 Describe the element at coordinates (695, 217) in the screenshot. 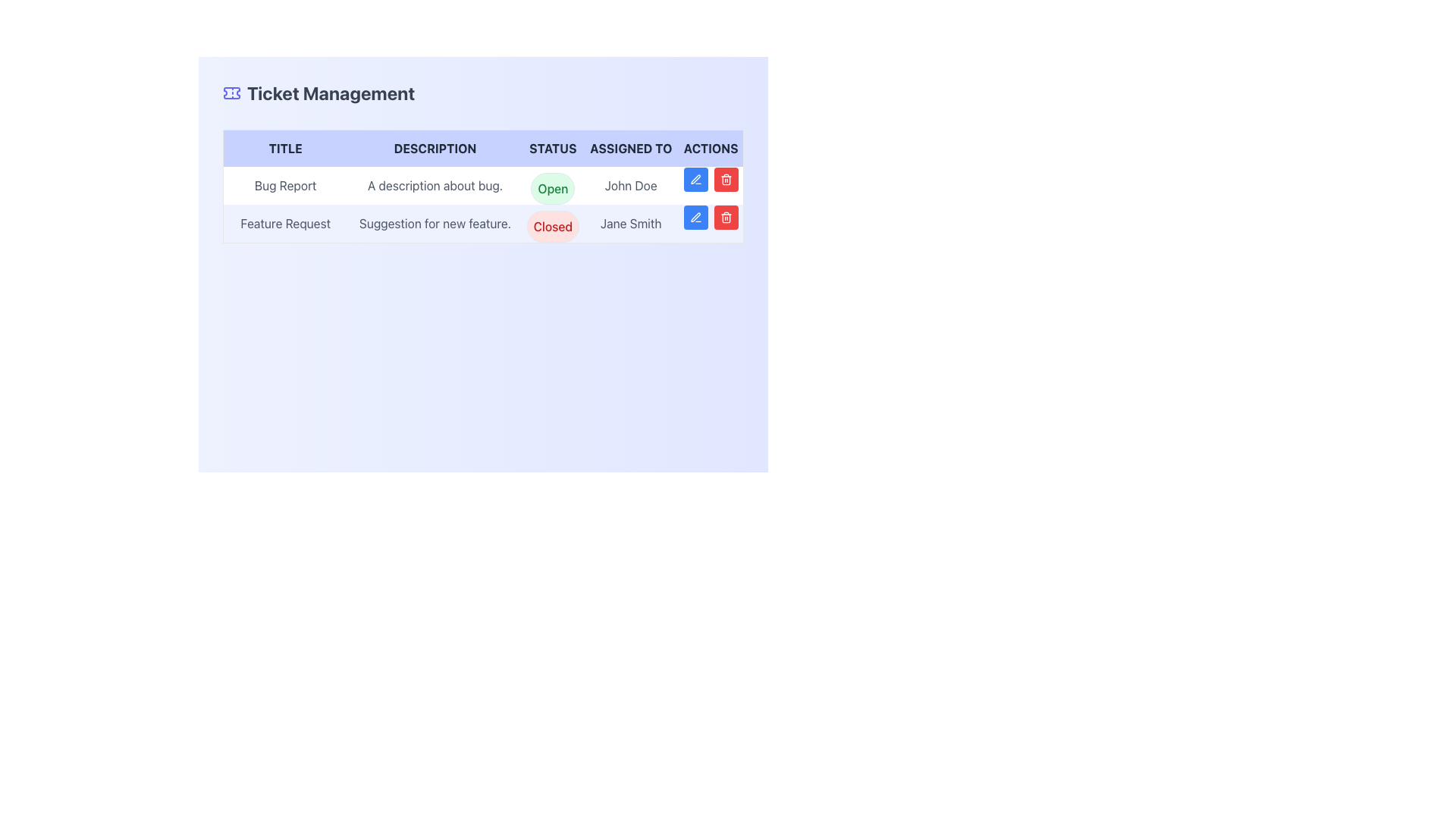

I see `the small pen icon button with a blue background and white outline located at the top right corner of the second row in the 'Actions' column of the table` at that location.